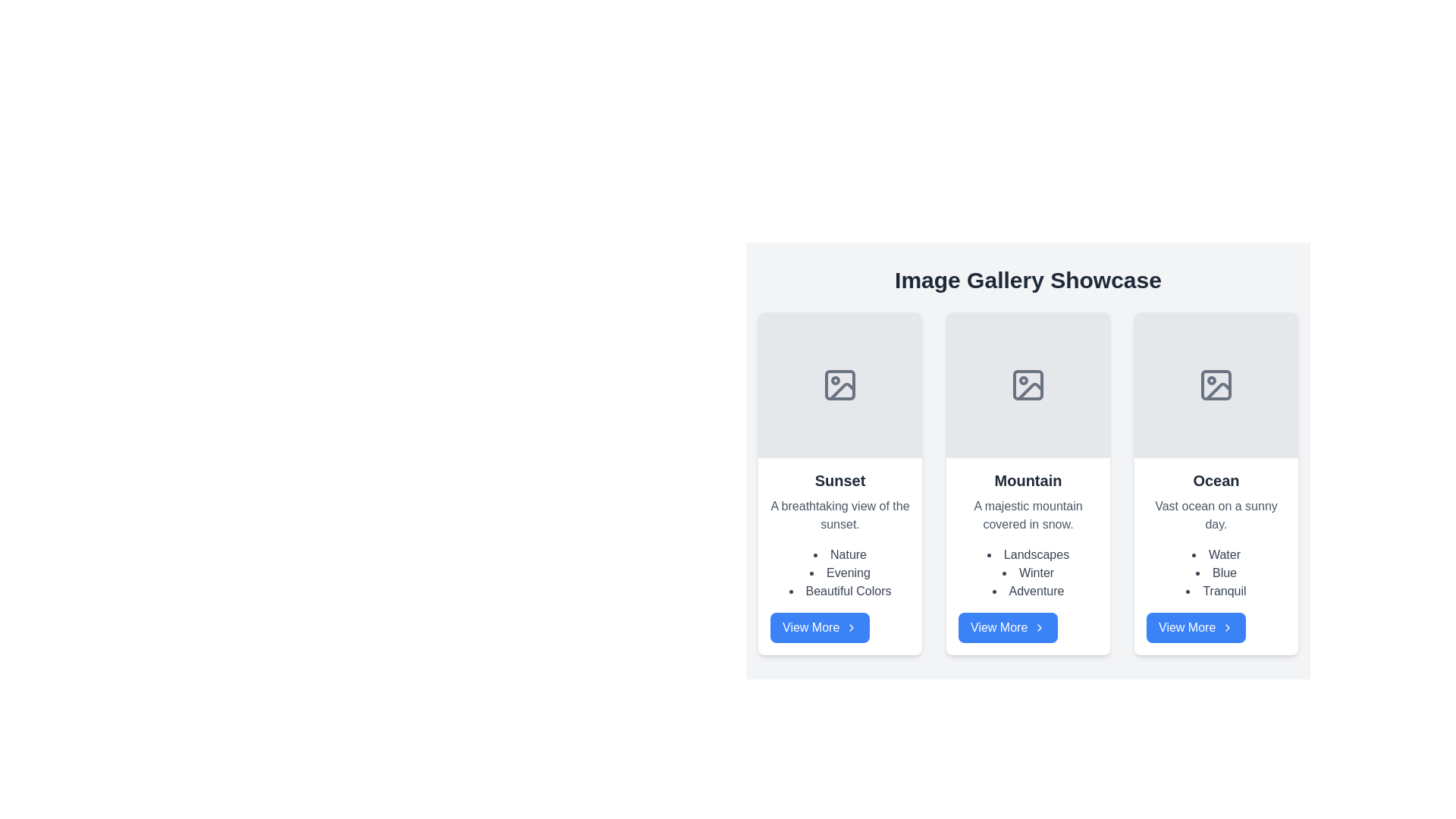 The image size is (1456, 819). Describe the element at coordinates (839, 556) in the screenshot. I see `the first card in the image gallery that describes a sunset-related topic` at that location.